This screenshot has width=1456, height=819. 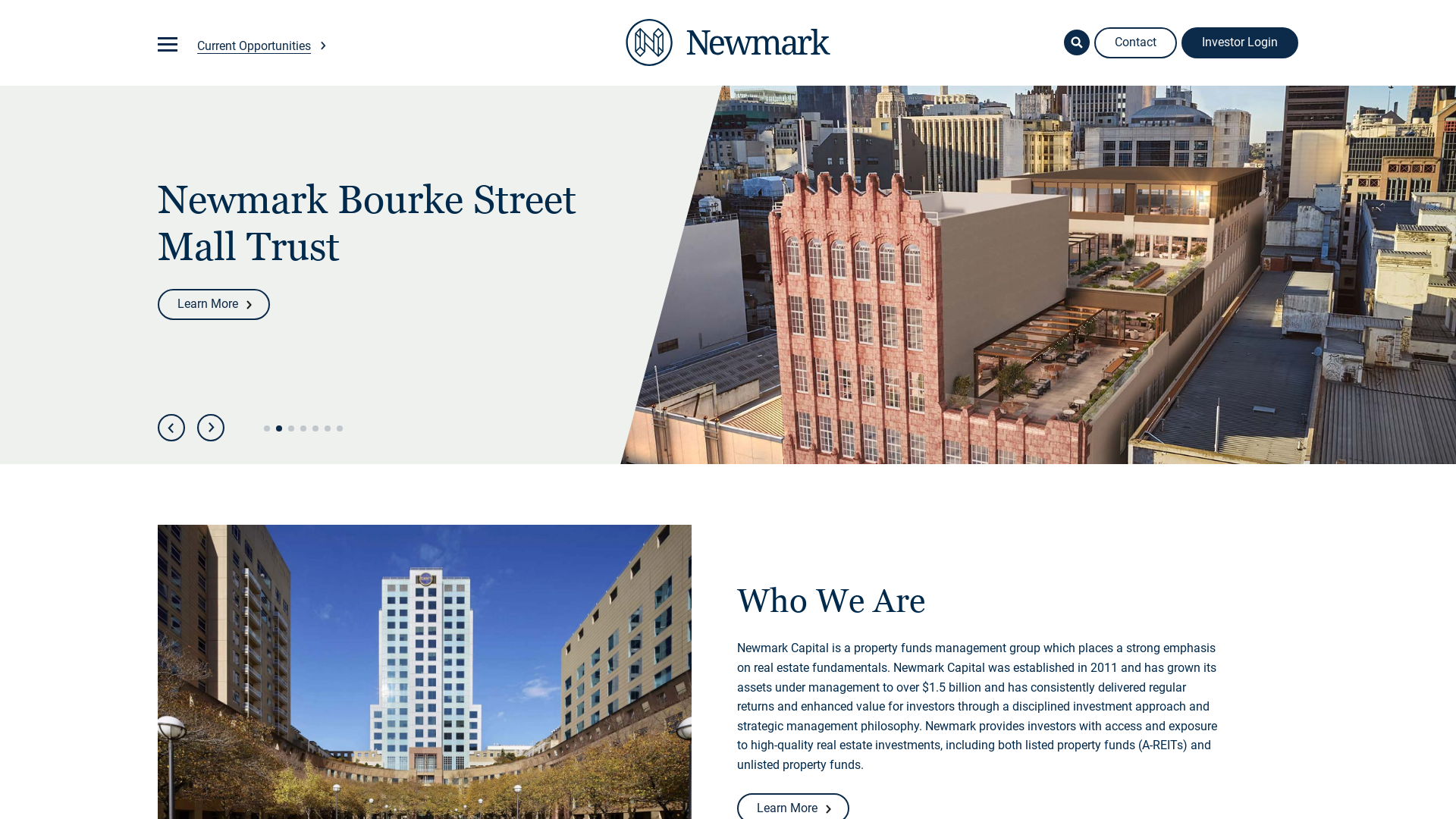 I want to click on 'Investor Login', so click(x=1240, y=42).